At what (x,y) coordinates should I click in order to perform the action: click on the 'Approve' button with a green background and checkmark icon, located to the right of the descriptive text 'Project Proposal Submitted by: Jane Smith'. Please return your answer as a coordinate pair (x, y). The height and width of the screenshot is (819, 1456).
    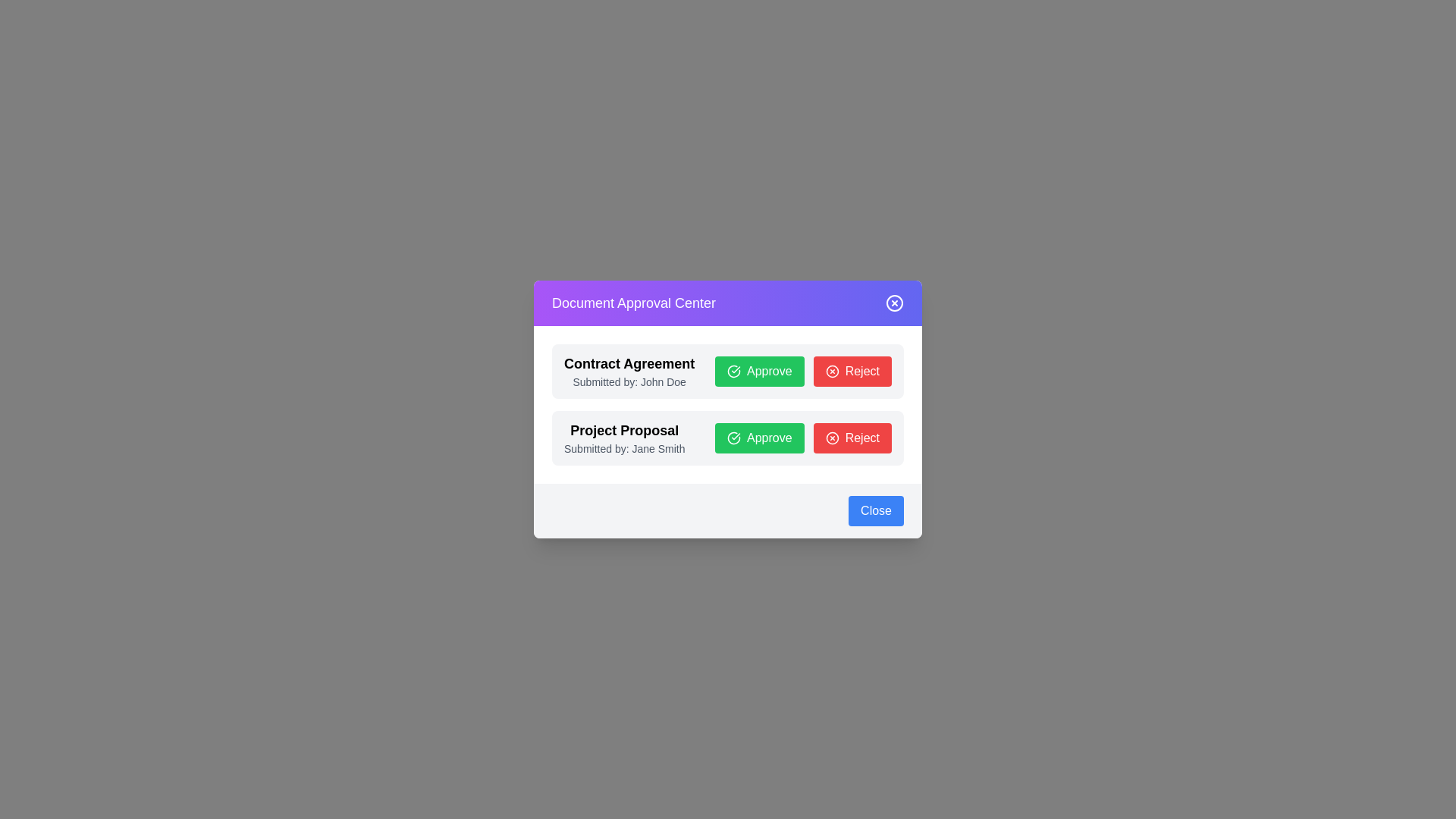
    Looking at the image, I should click on (759, 438).